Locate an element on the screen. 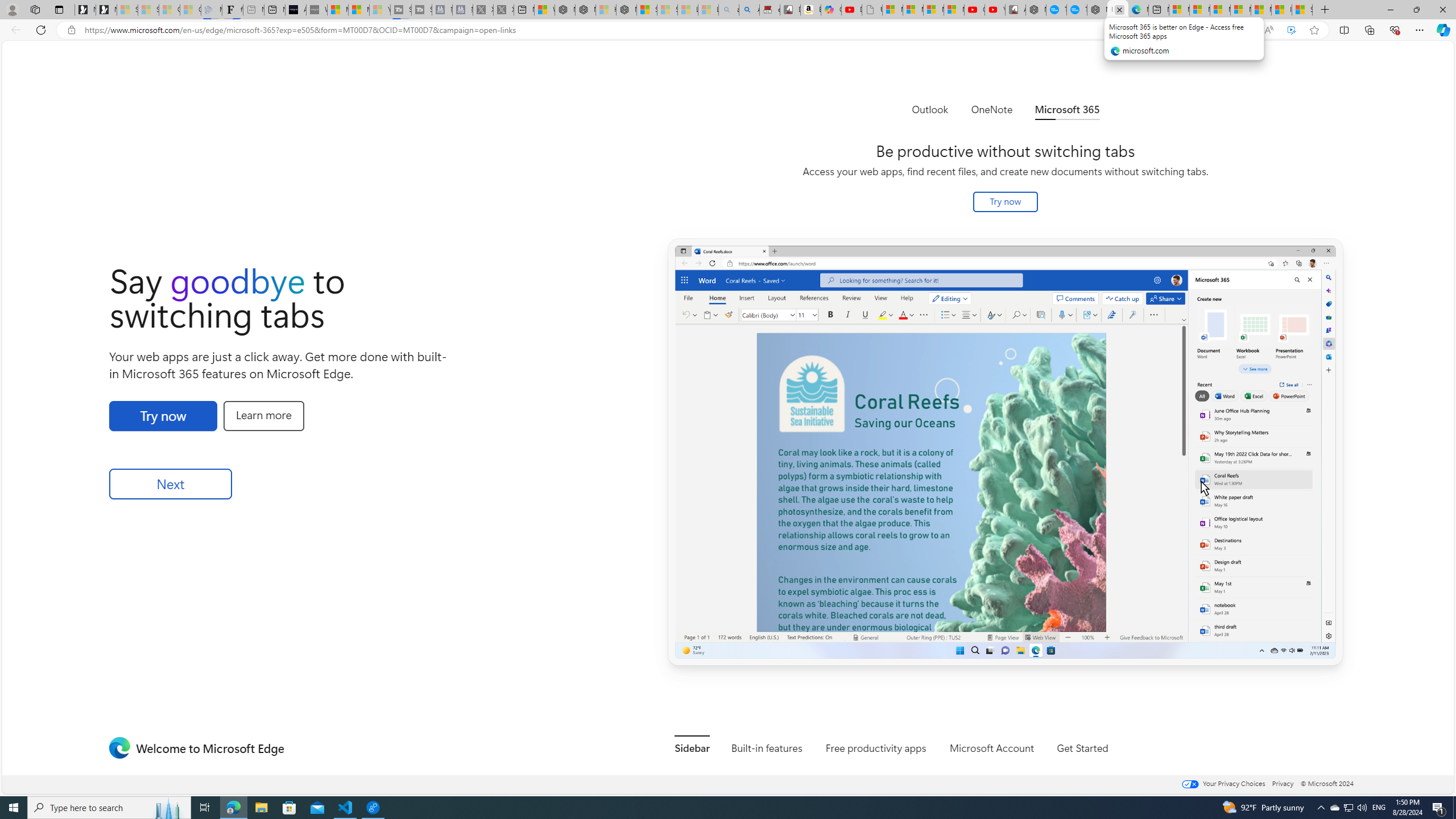 This screenshot has width=1456, height=819. 'Workspaces' is located at coordinates (35, 9).